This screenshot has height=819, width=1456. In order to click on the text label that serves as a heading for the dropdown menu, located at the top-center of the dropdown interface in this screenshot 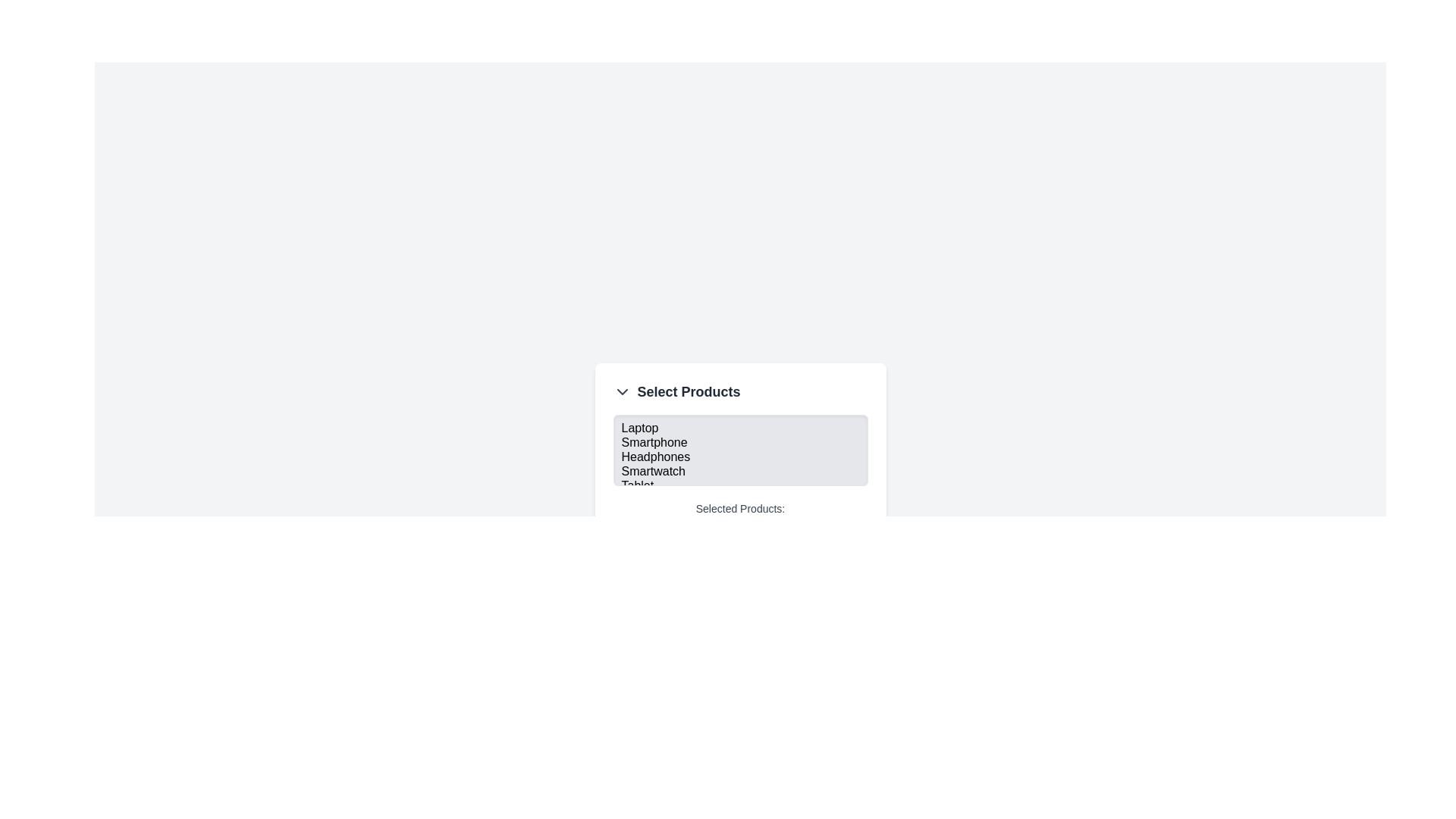, I will do `click(688, 391)`.